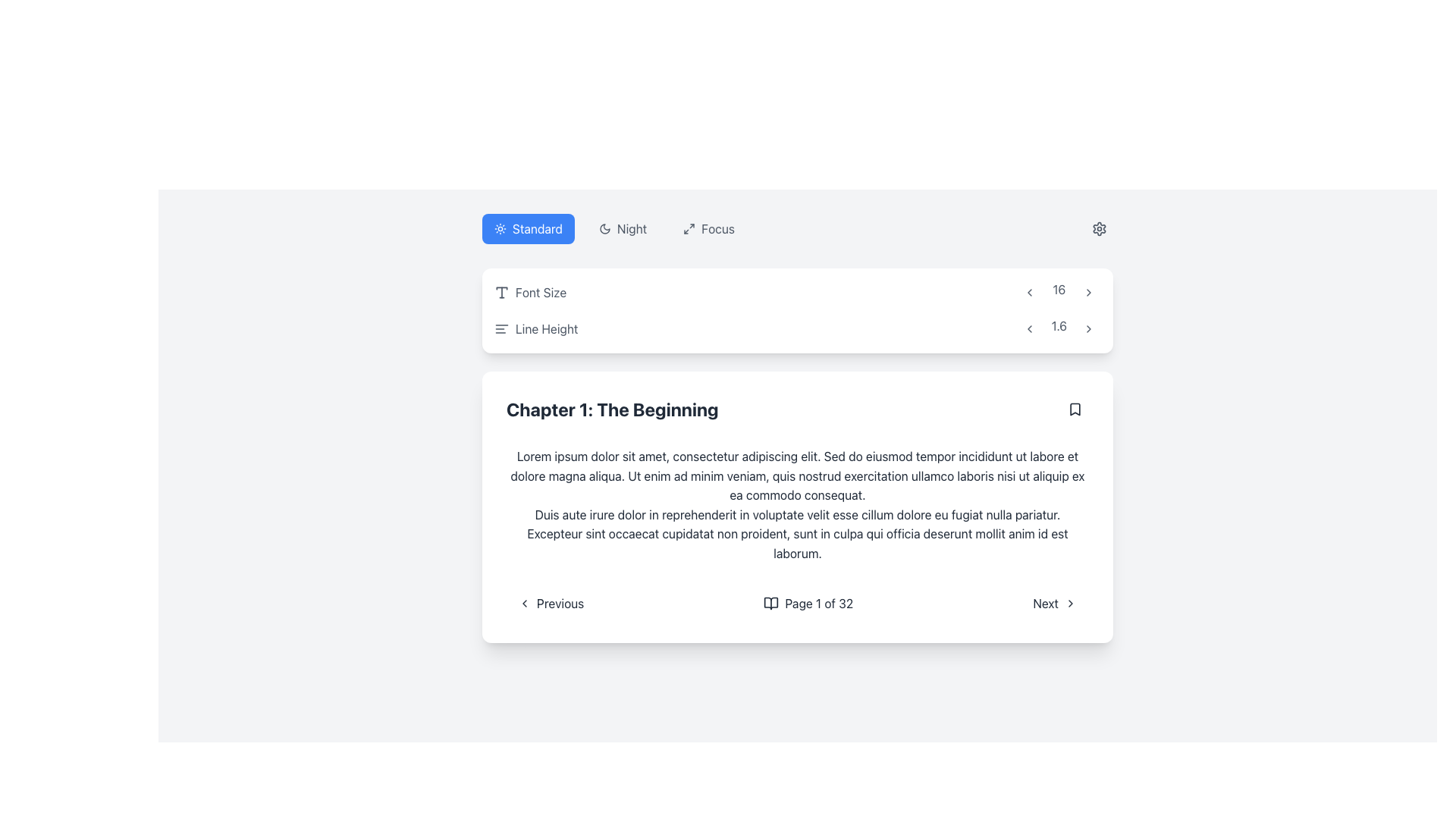 The image size is (1456, 819). Describe the element at coordinates (1058, 292) in the screenshot. I see `the Text label displaying the value '16', which is centered in a horizontal arrangement between two interactive buttons` at that location.